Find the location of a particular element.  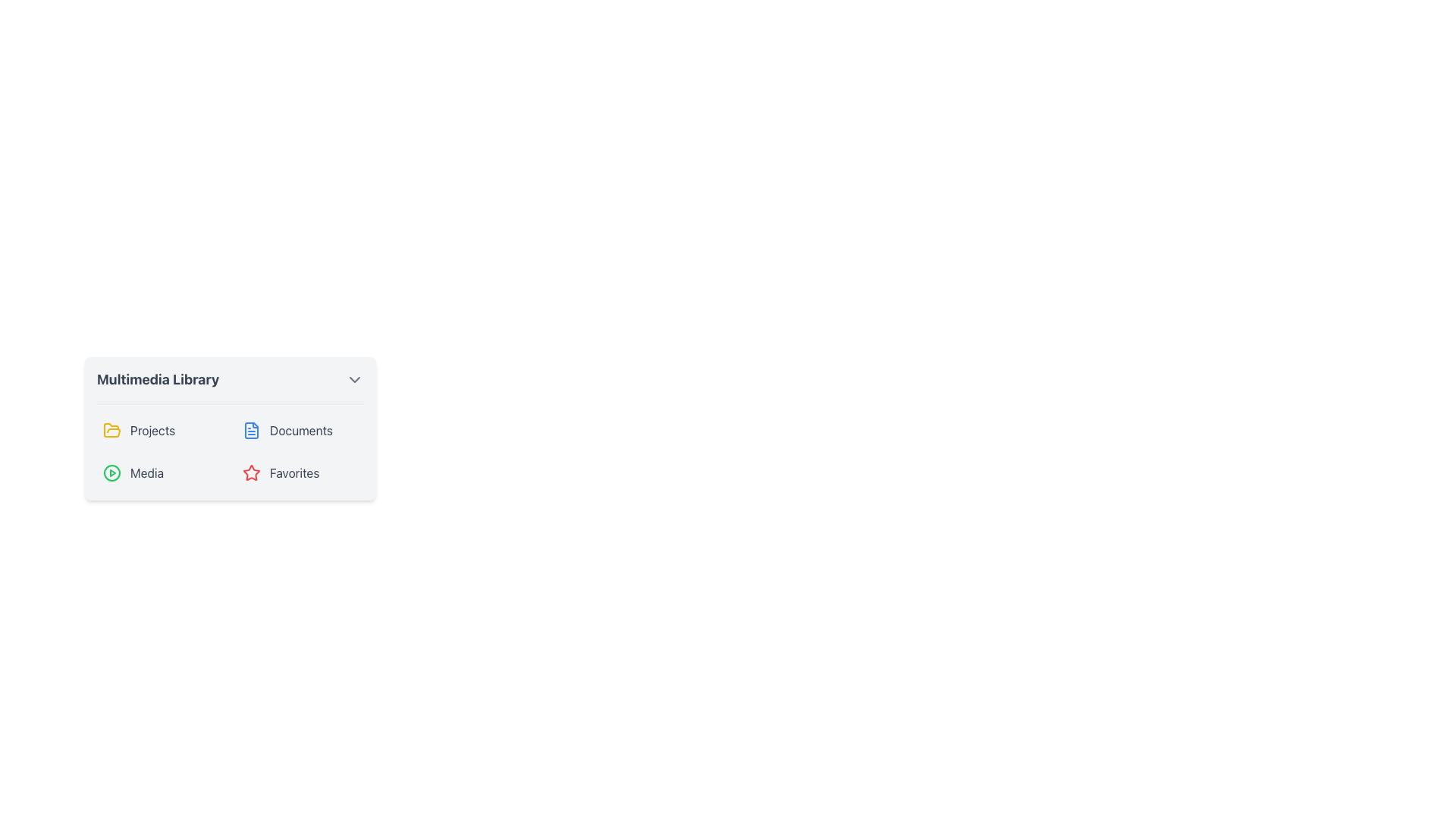

the navigation menu component is located at coordinates (337, 485).